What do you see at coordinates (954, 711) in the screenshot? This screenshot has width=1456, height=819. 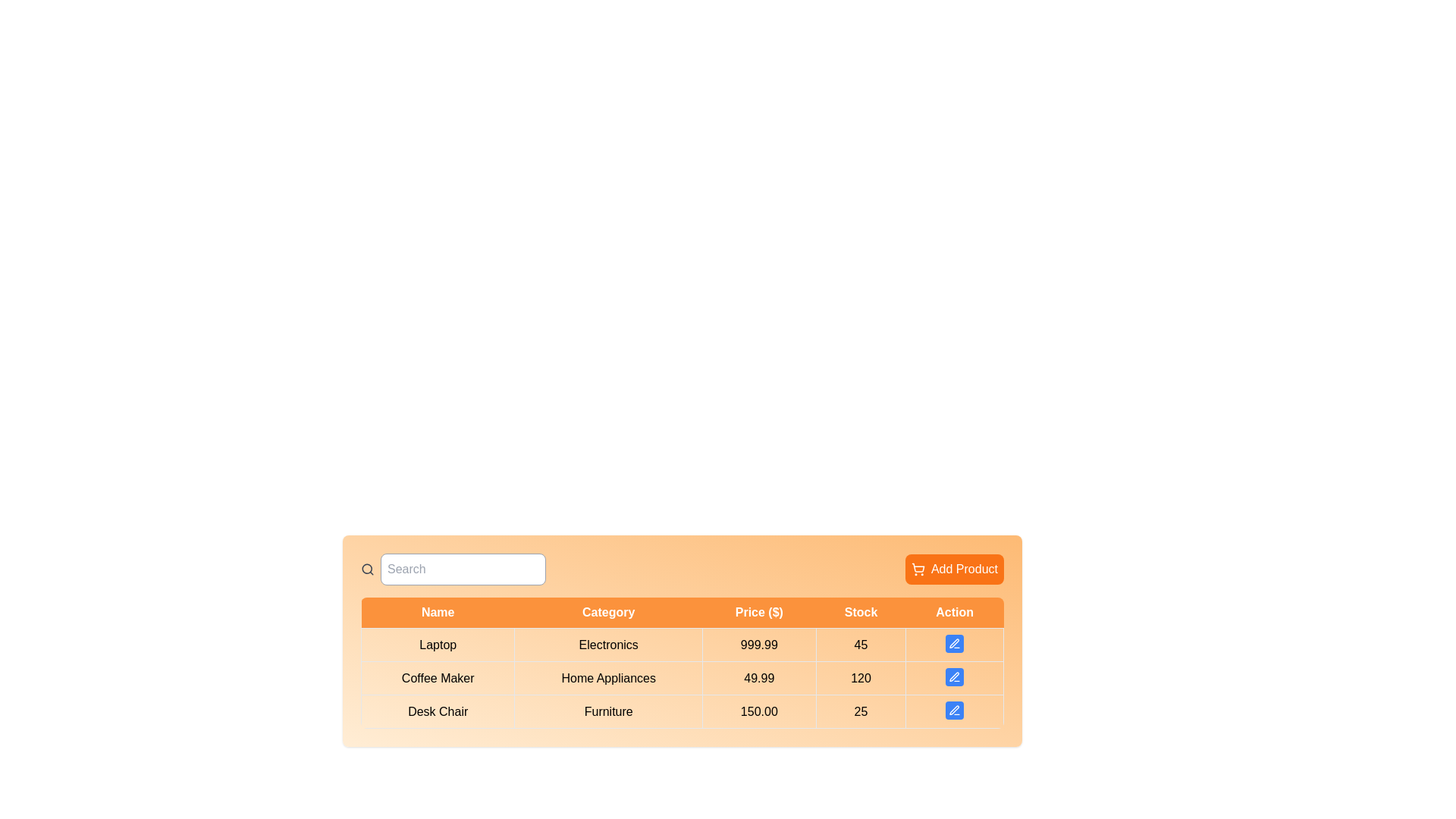 I see `the blue square button with a rounded corner and a white pen icon located in the last row of the 'Action' column, corresponding to the 'Desk Chair' entry` at bounding box center [954, 711].